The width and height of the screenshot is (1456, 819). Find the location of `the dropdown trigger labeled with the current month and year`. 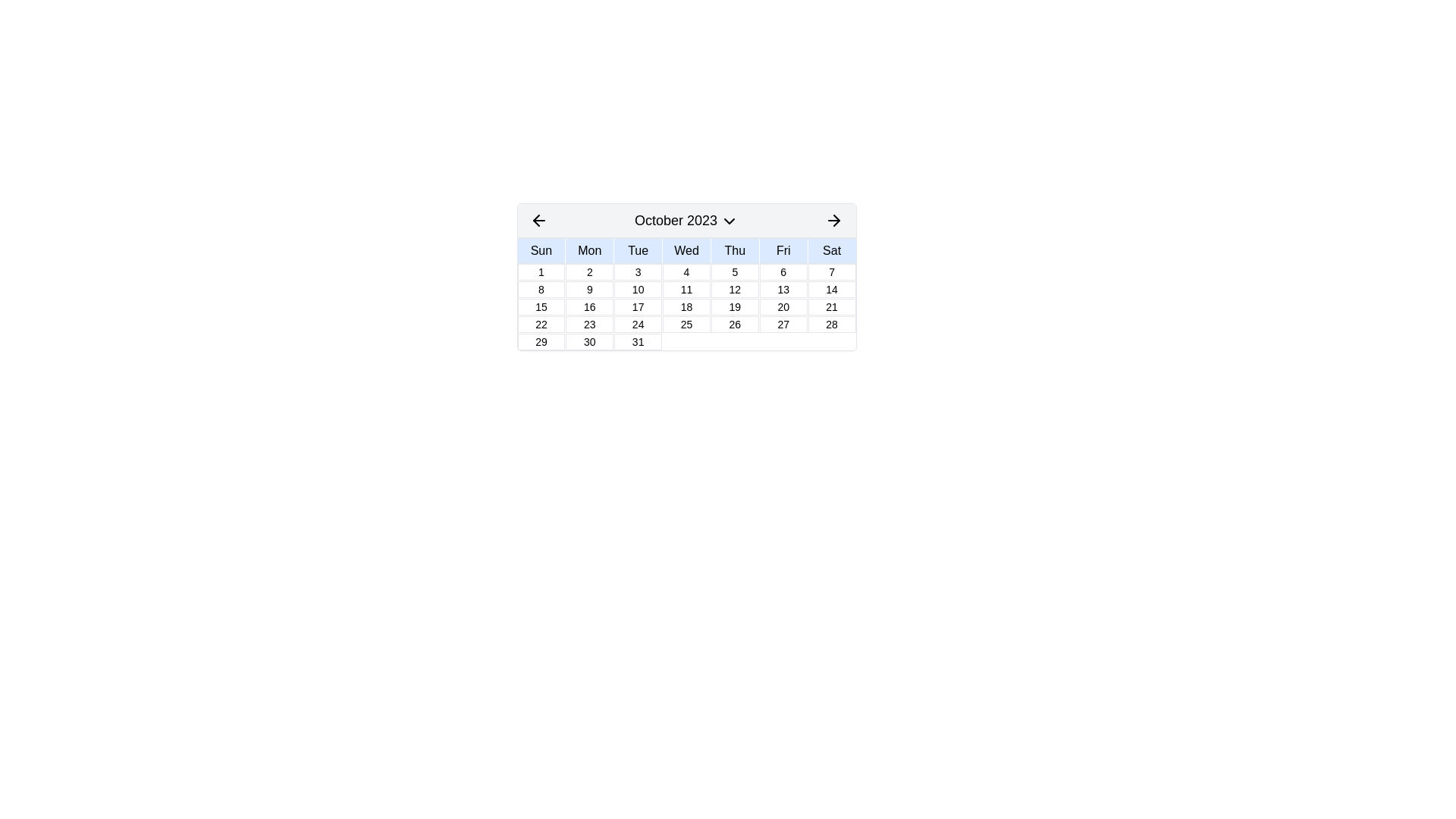

the dropdown trigger labeled with the current month and year is located at coordinates (686, 220).